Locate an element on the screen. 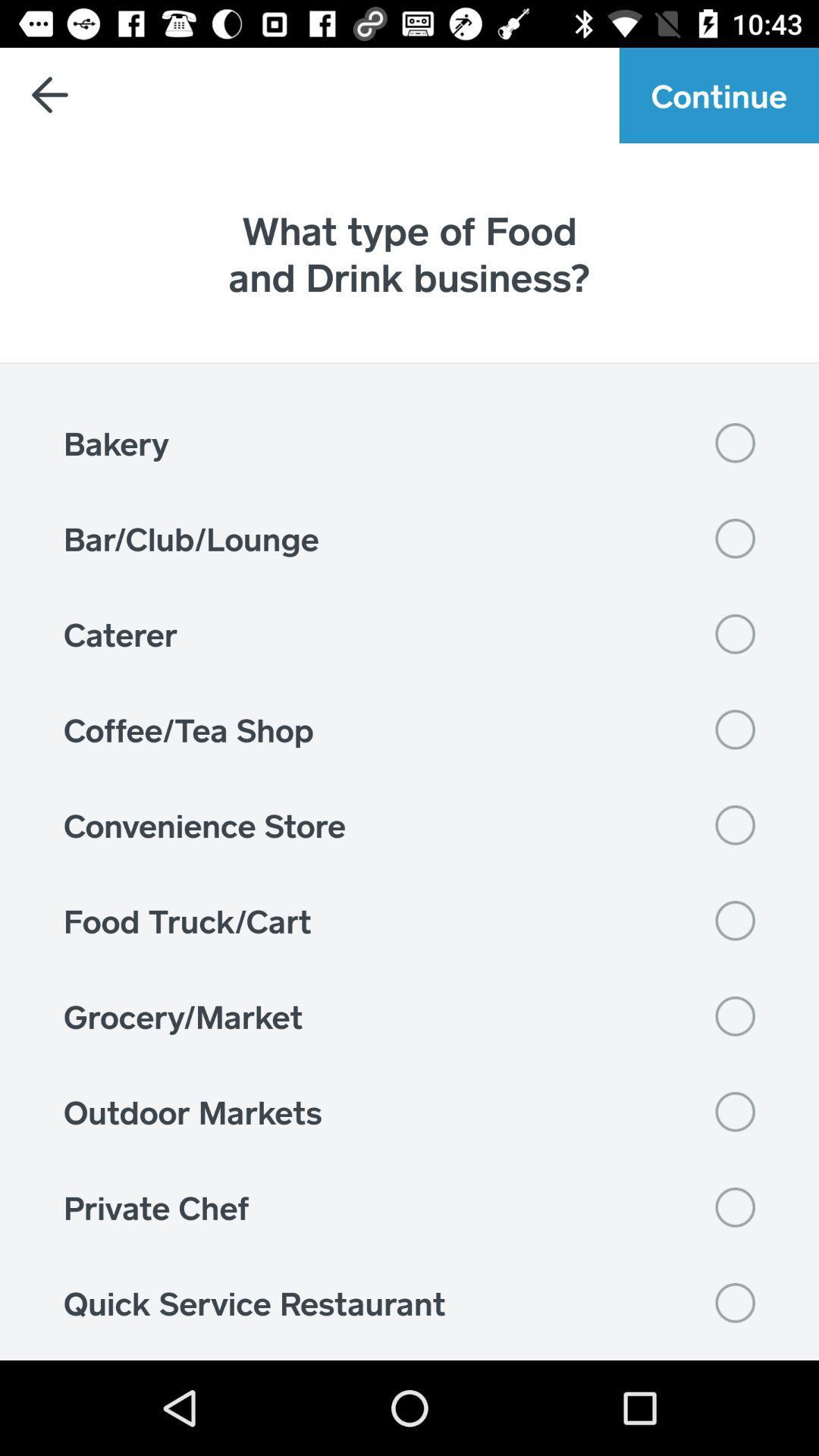 The width and height of the screenshot is (819, 1456). the item above caterer item is located at coordinates (409, 538).